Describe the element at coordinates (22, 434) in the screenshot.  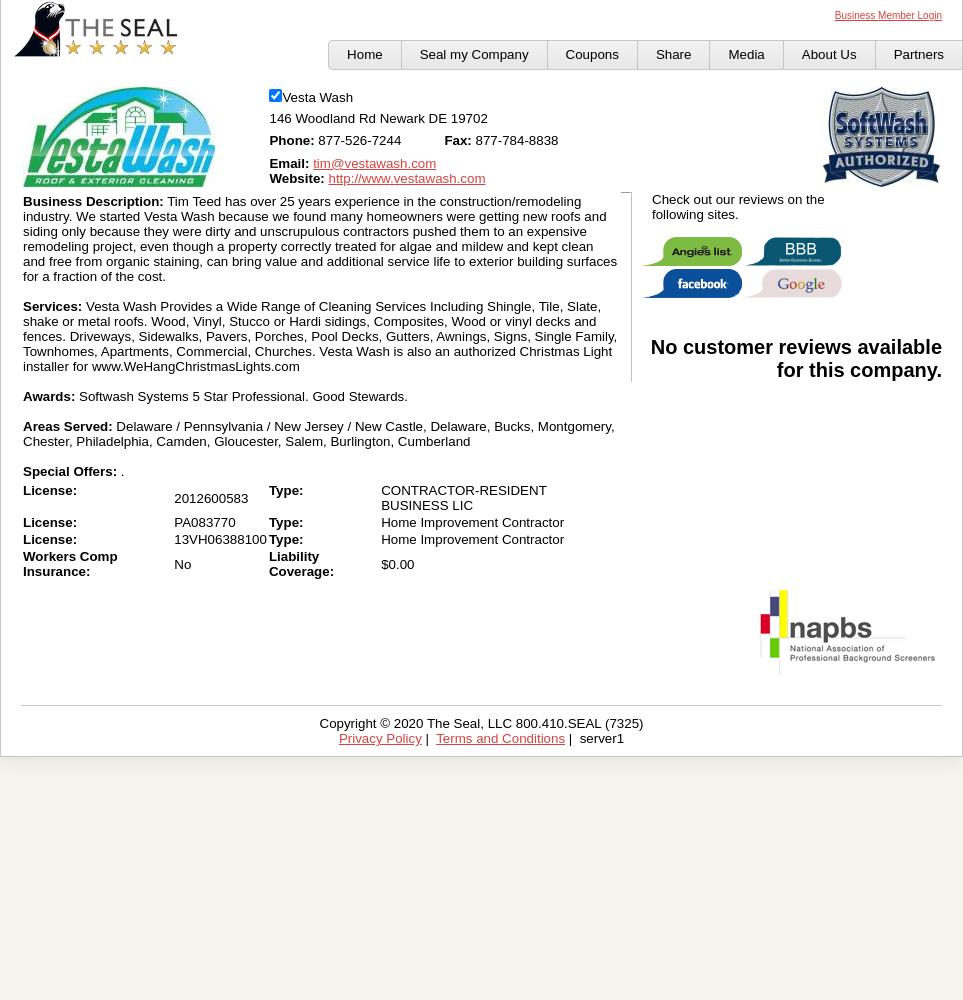
I see `'Delaware / Pennsylvania / New Jersey / New Castle, Delaware, Bucks, Montgomery, Chester, Philadelphia, Camden, Gloucester, Salem, Burlington, Cumberland'` at that location.